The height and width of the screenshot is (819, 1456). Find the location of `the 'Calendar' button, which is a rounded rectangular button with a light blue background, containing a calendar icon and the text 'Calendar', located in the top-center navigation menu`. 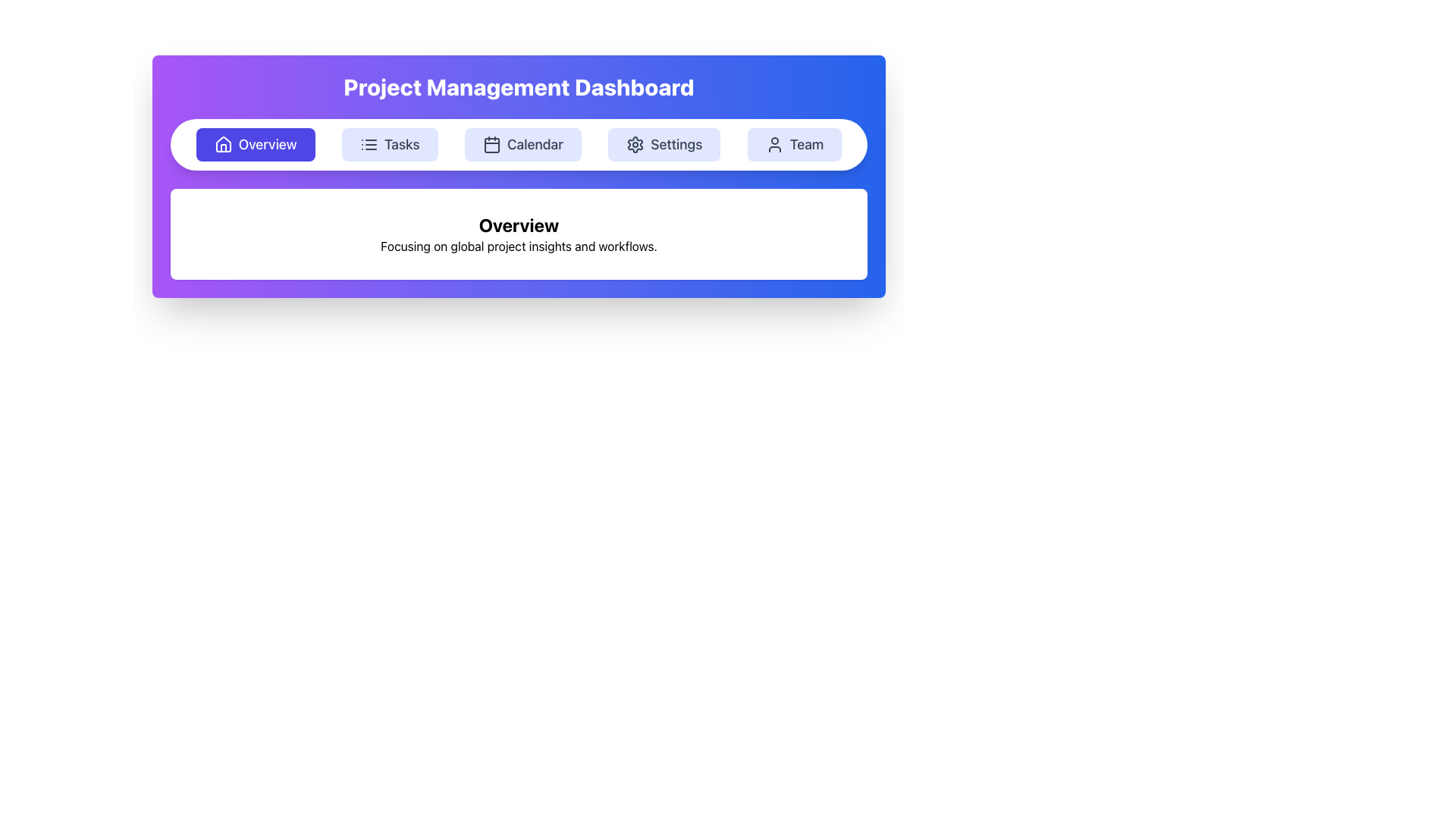

the 'Calendar' button, which is a rounded rectangular button with a light blue background, containing a calendar icon and the text 'Calendar', located in the top-center navigation menu is located at coordinates (522, 145).